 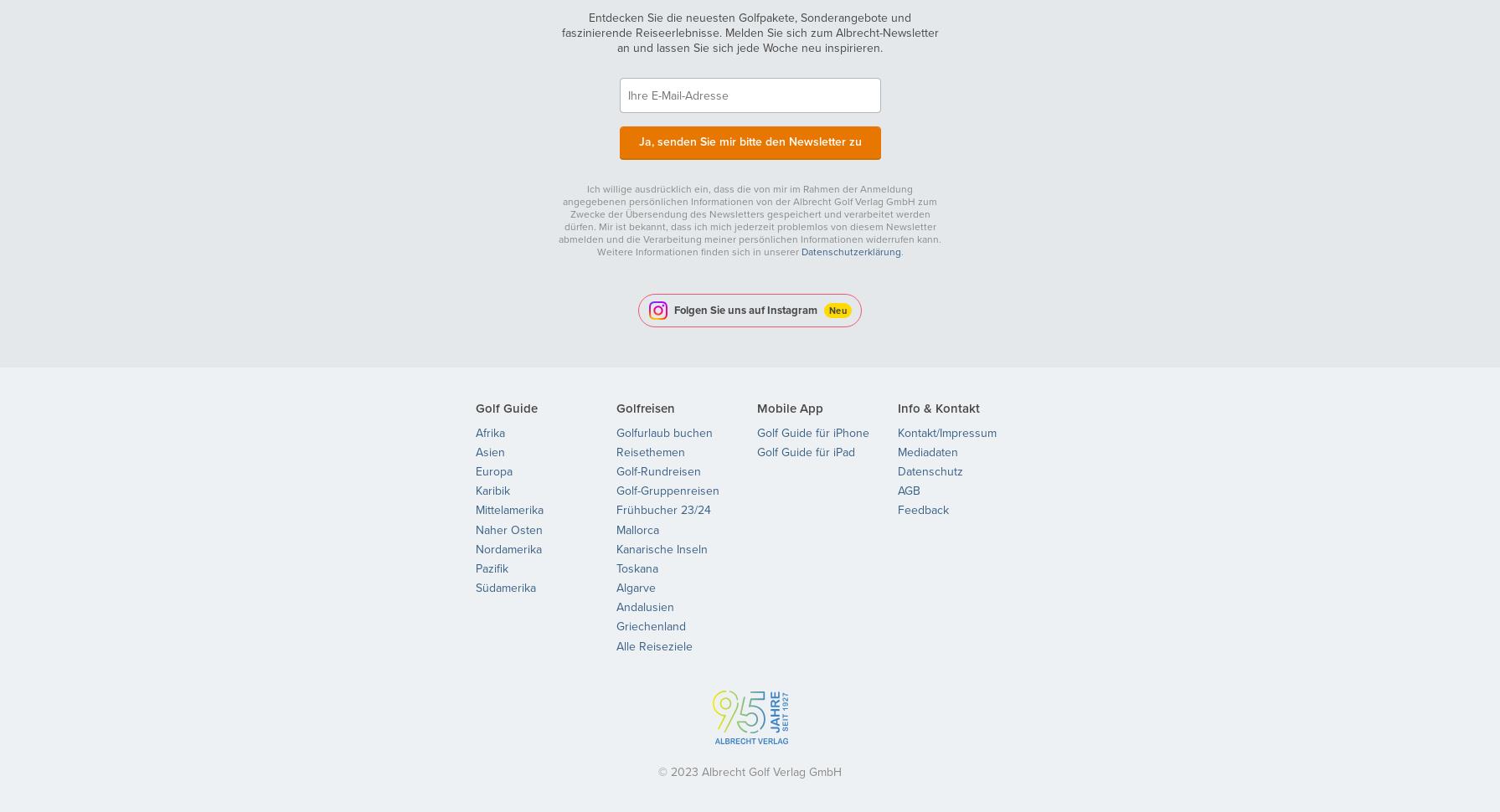 I want to click on 'Karibik', so click(x=492, y=491).